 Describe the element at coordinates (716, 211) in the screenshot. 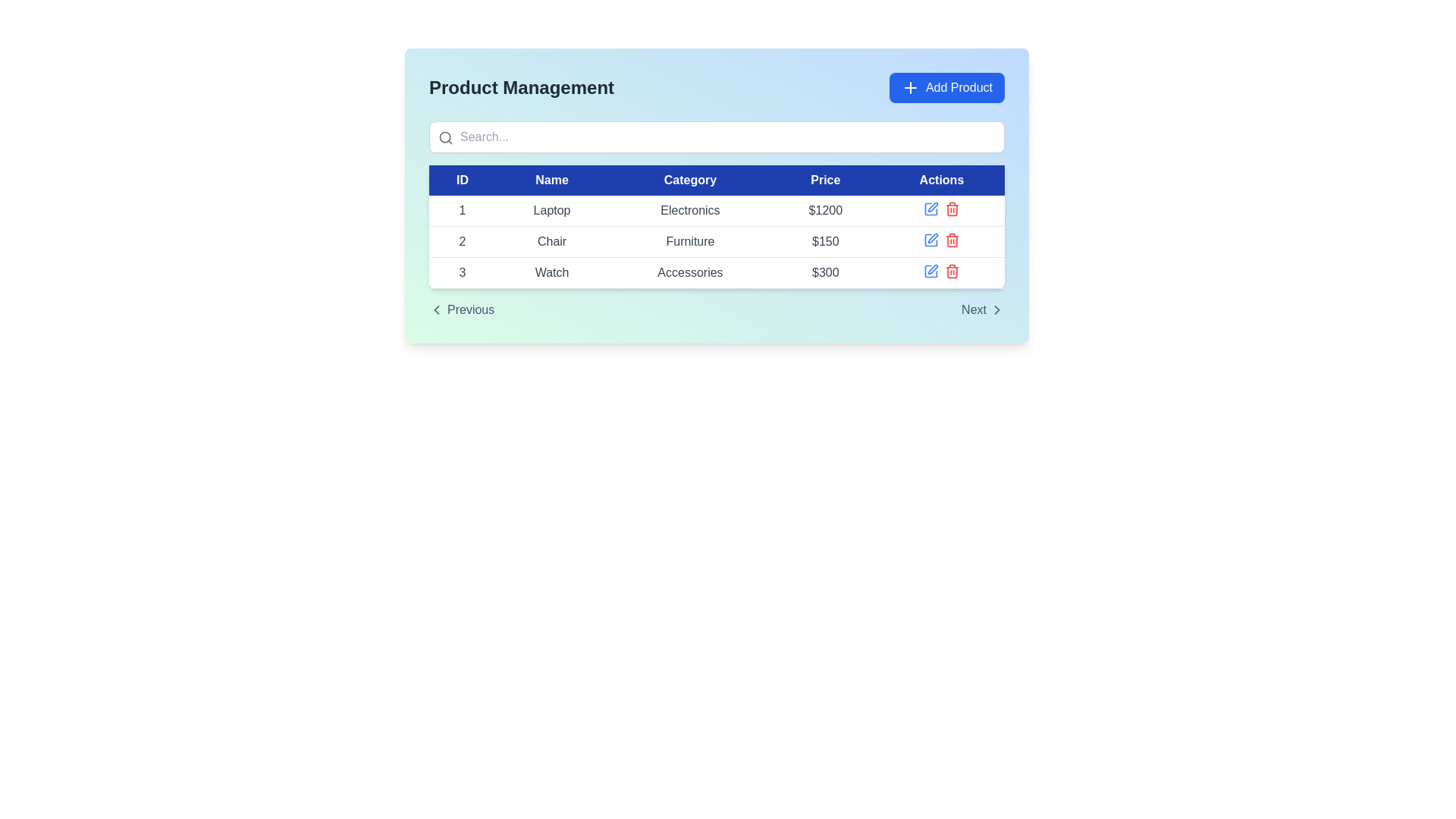

I see `the first row of the data table under 'Product Management' that displays '1', 'Laptop', 'Electronics', '$1200'` at that location.